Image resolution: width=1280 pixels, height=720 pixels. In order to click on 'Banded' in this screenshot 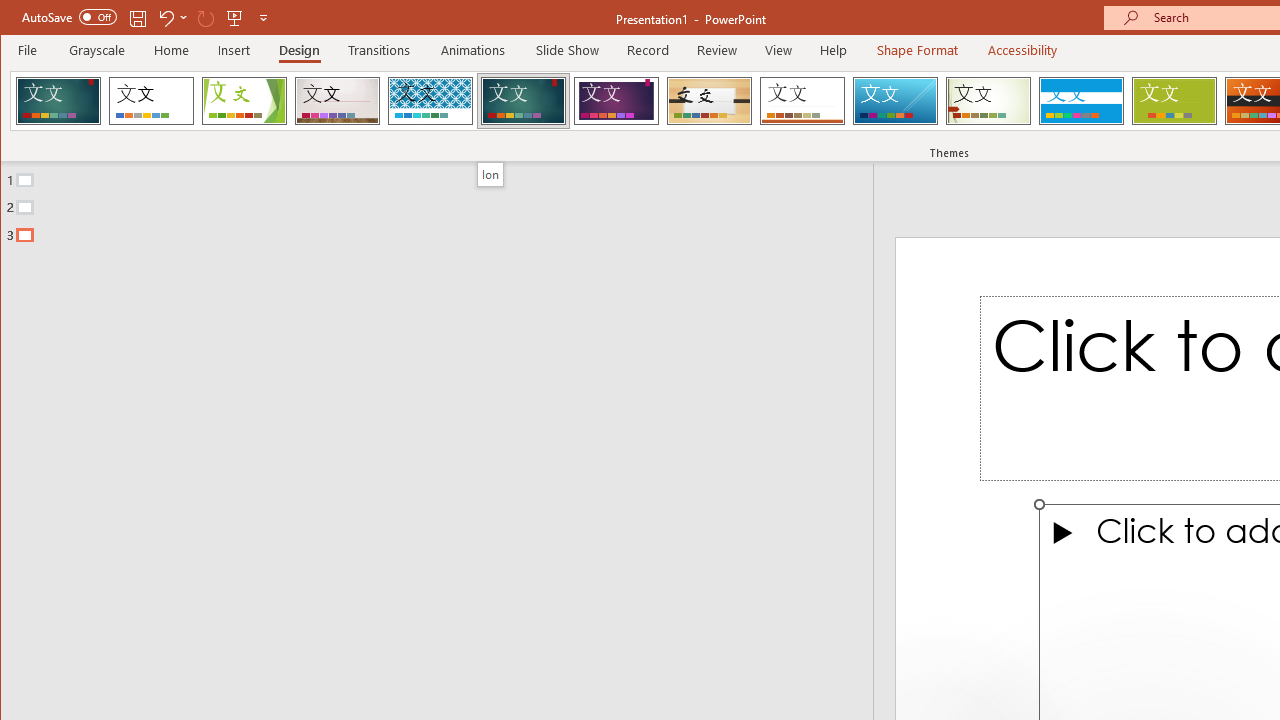, I will do `click(1080, 100)`.